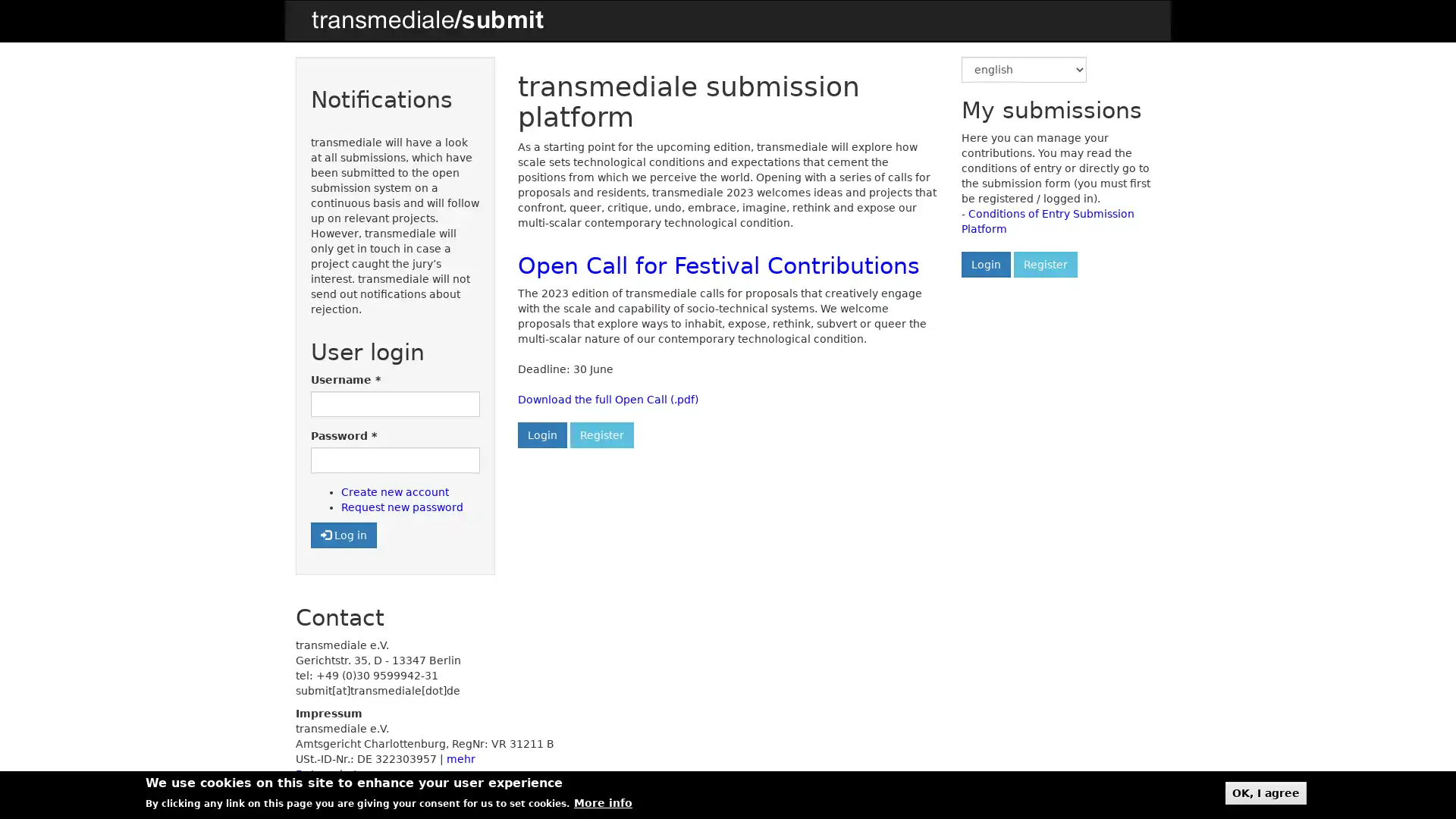  I want to click on Login, so click(541, 435).